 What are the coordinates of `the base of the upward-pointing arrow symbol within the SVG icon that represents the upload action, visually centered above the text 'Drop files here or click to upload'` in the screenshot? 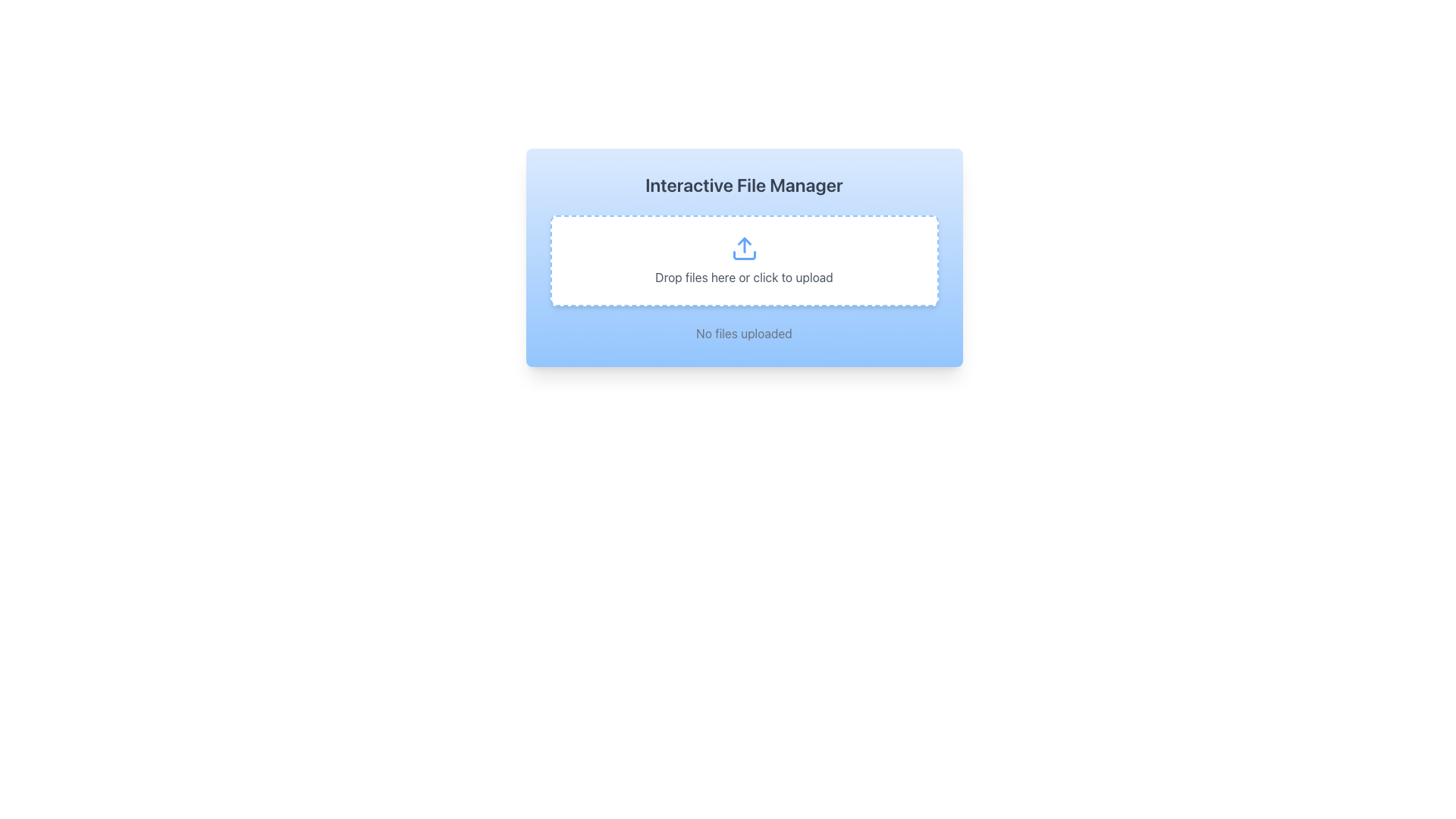 It's located at (744, 254).